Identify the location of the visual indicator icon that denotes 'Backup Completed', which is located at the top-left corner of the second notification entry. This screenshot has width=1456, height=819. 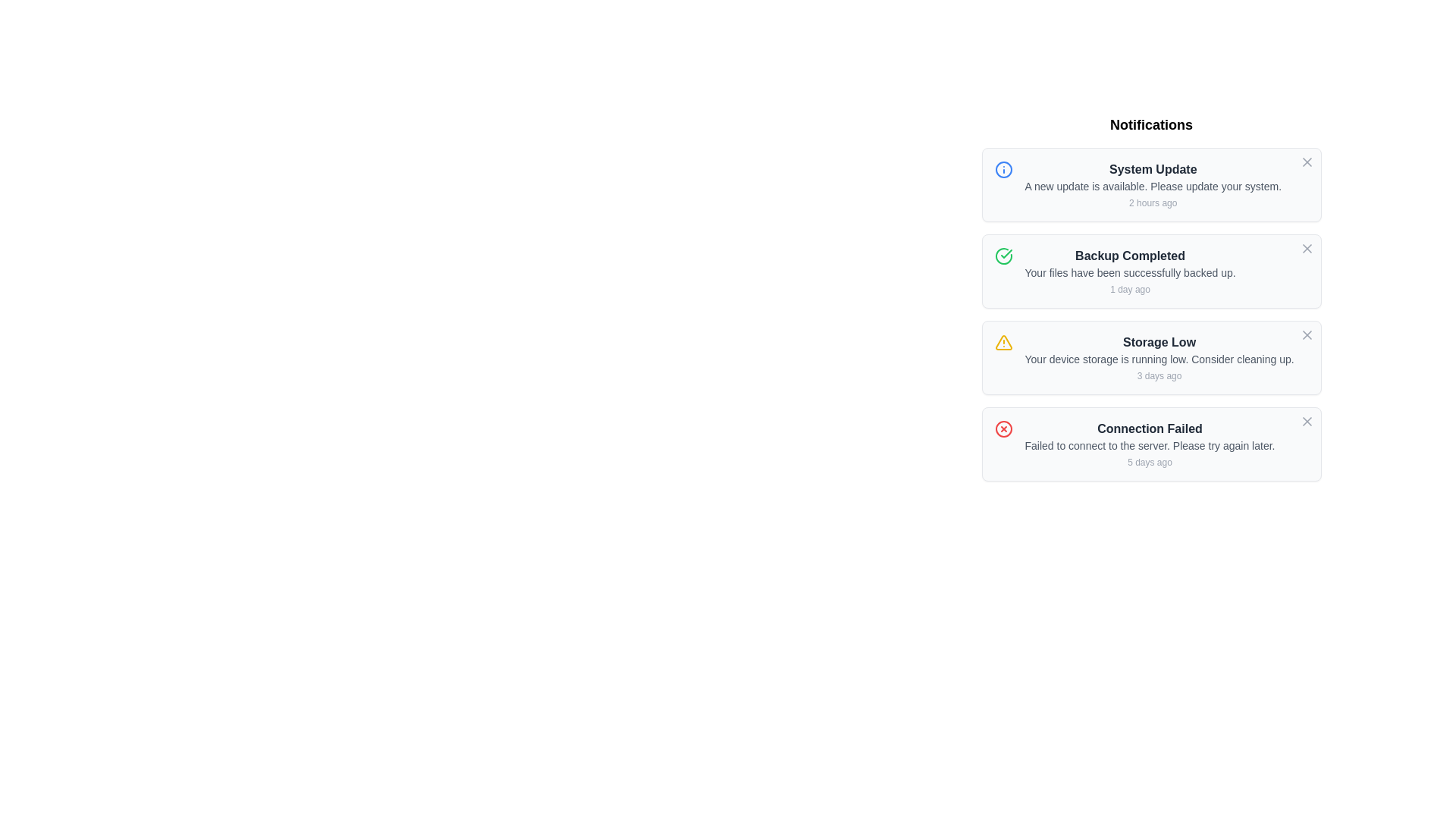
(1003, 256).